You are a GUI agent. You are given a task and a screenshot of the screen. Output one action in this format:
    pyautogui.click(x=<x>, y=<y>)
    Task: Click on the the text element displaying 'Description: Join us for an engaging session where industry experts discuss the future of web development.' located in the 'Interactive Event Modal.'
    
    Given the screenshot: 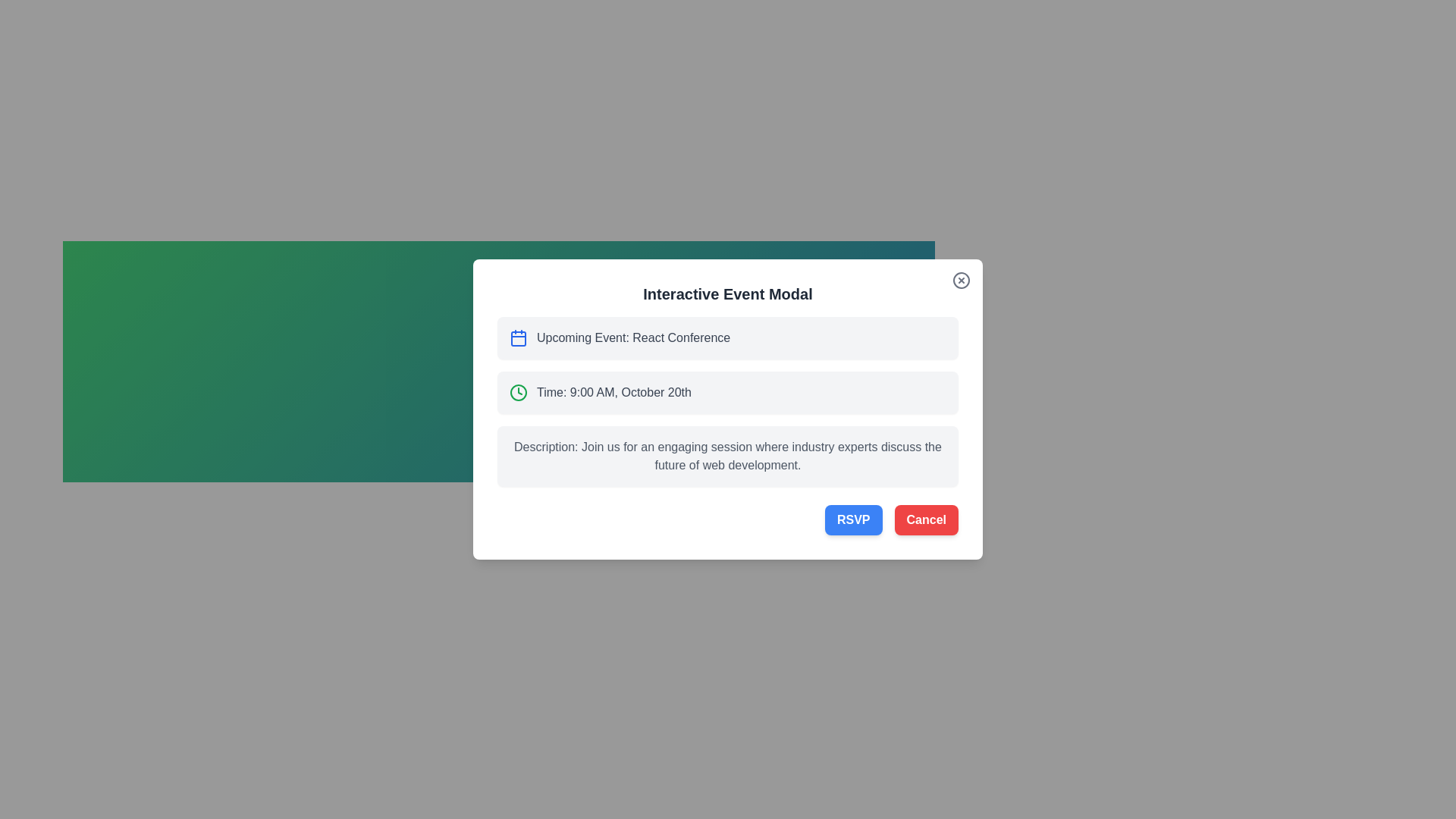 What is the action you would take?
    pyautogui.click(x=728, y=455)
    